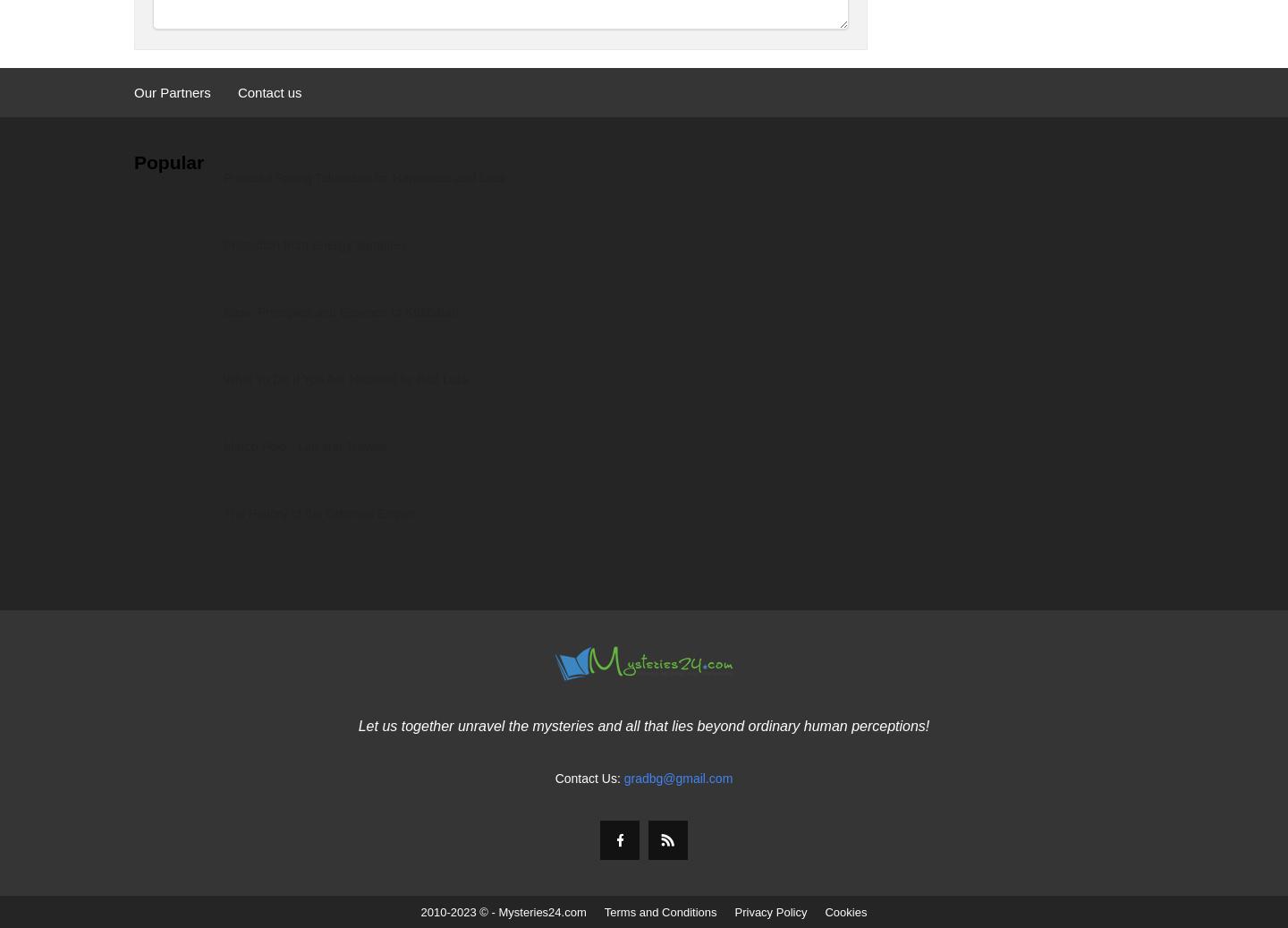 The width and height of the screenshot is (1288, 928). Describe the element at coordinates (845, 912) in the screenshot. I see `'Cookies'` at that location.